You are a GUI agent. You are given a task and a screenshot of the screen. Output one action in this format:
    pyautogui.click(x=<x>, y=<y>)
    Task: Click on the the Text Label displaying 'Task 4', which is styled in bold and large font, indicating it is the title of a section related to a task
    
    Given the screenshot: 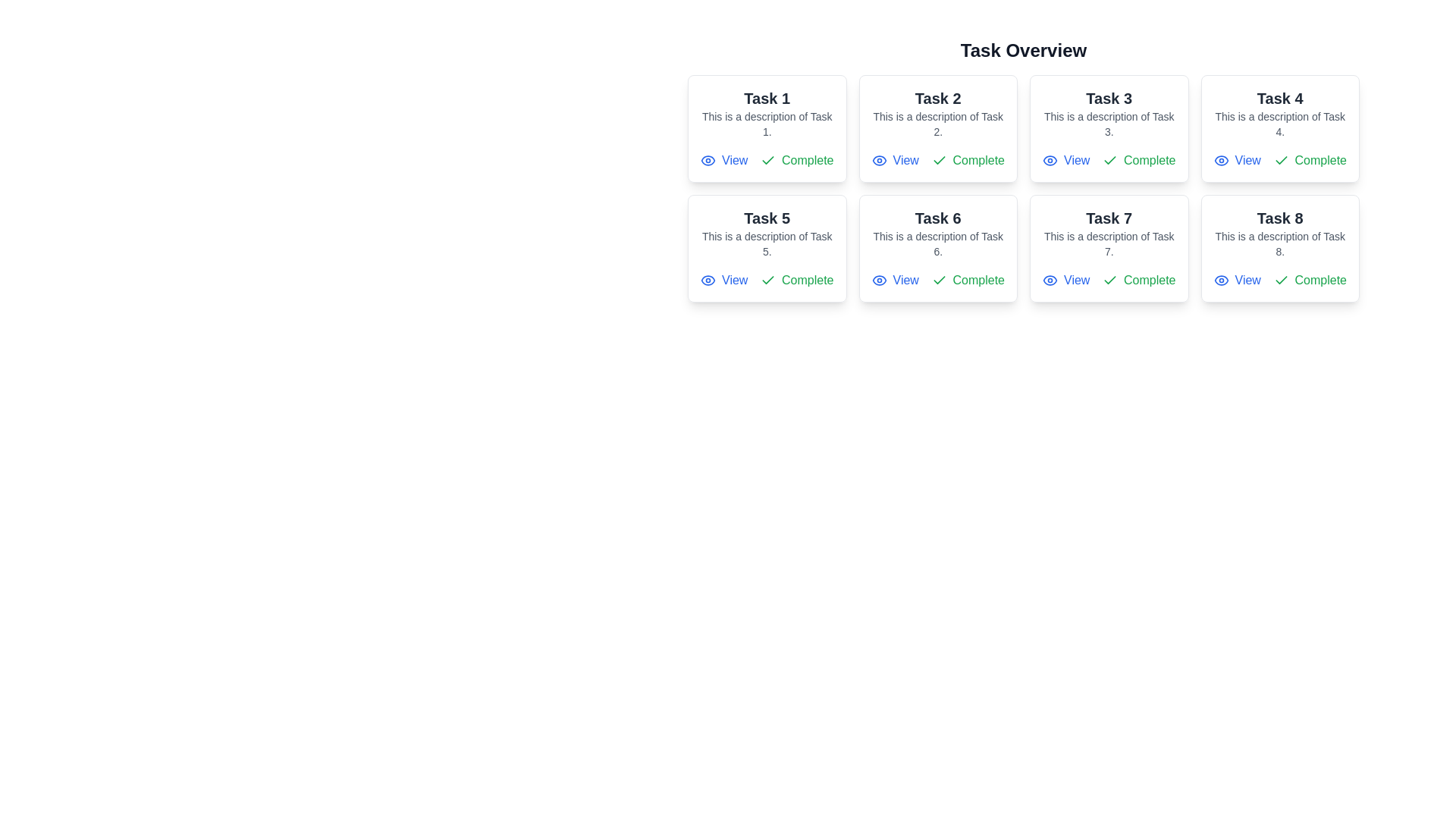 What is the action you would take?
    pyautogui.click(x=1279, y=99)
    